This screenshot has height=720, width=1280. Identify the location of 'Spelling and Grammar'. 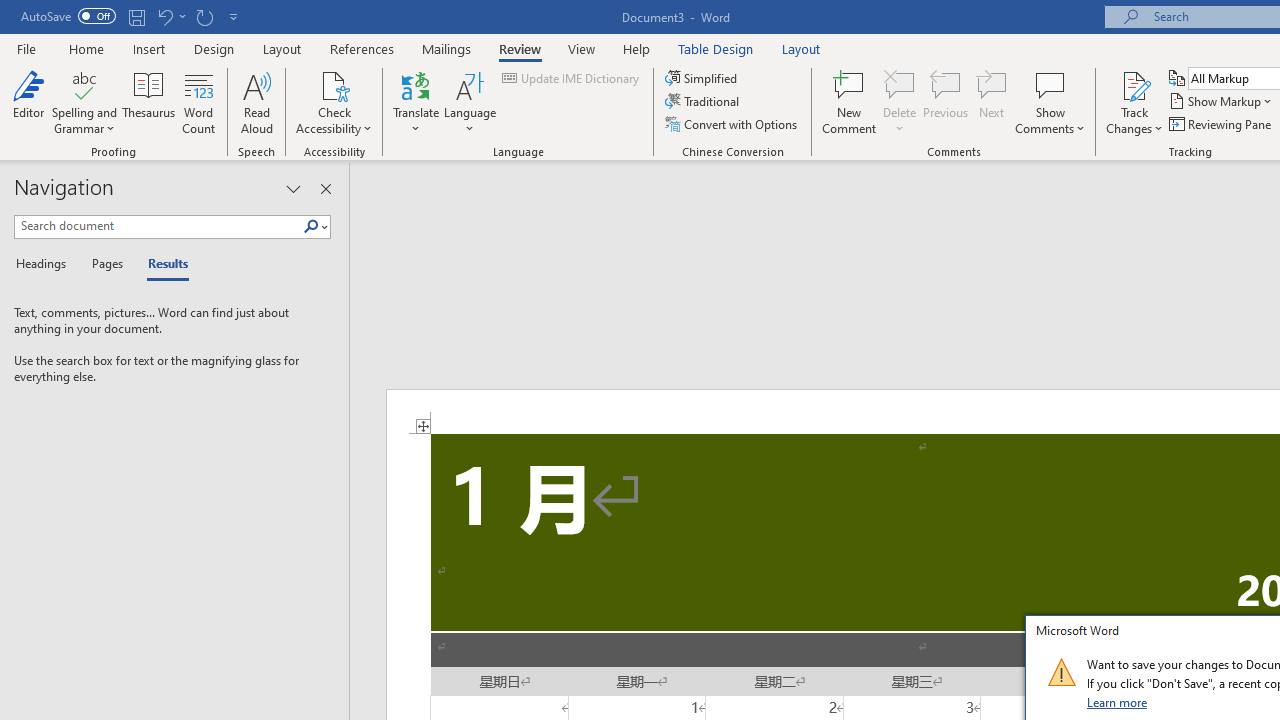
(84, 103).